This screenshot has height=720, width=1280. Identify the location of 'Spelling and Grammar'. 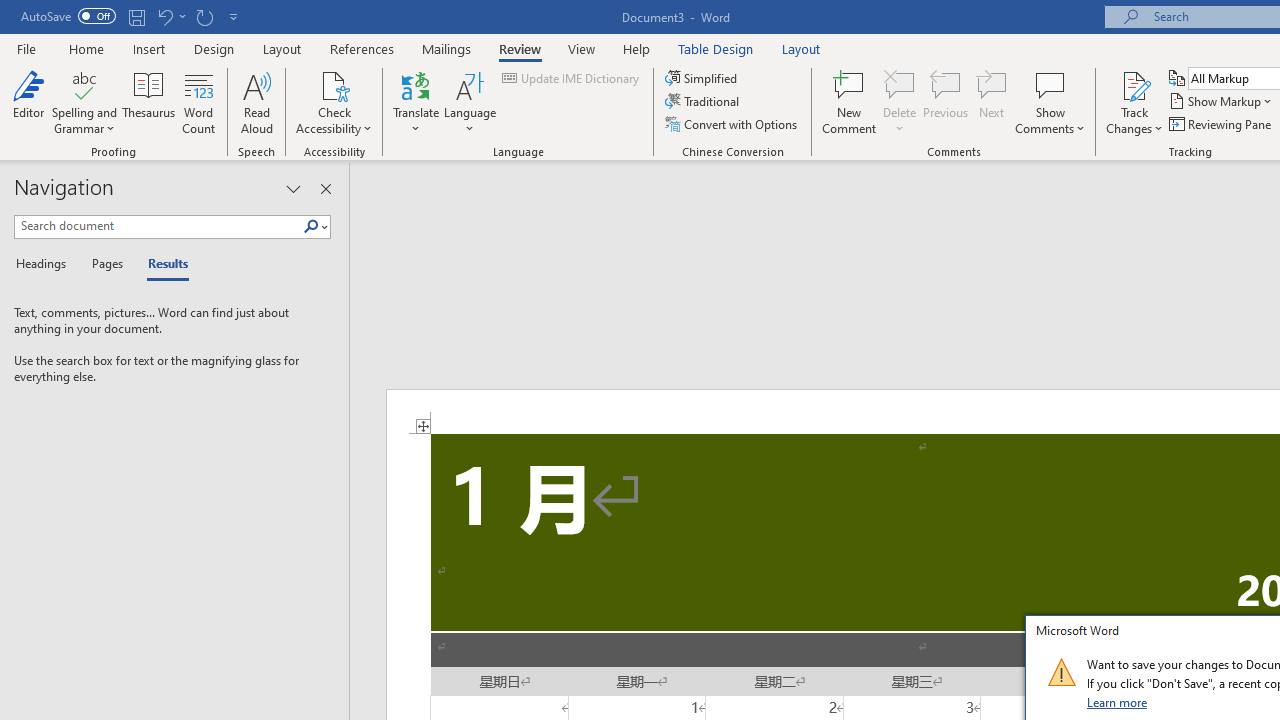
(84, 103).